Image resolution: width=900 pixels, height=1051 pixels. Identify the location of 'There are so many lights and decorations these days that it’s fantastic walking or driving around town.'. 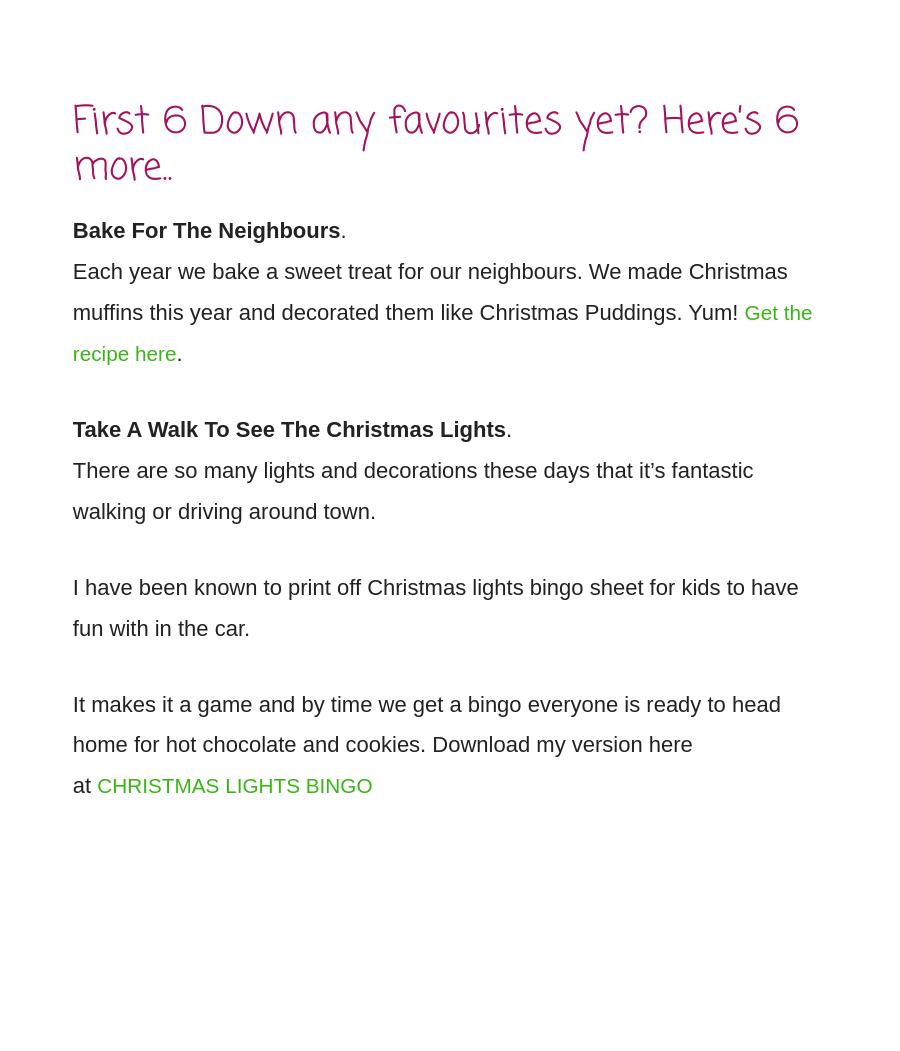
(412, 476).